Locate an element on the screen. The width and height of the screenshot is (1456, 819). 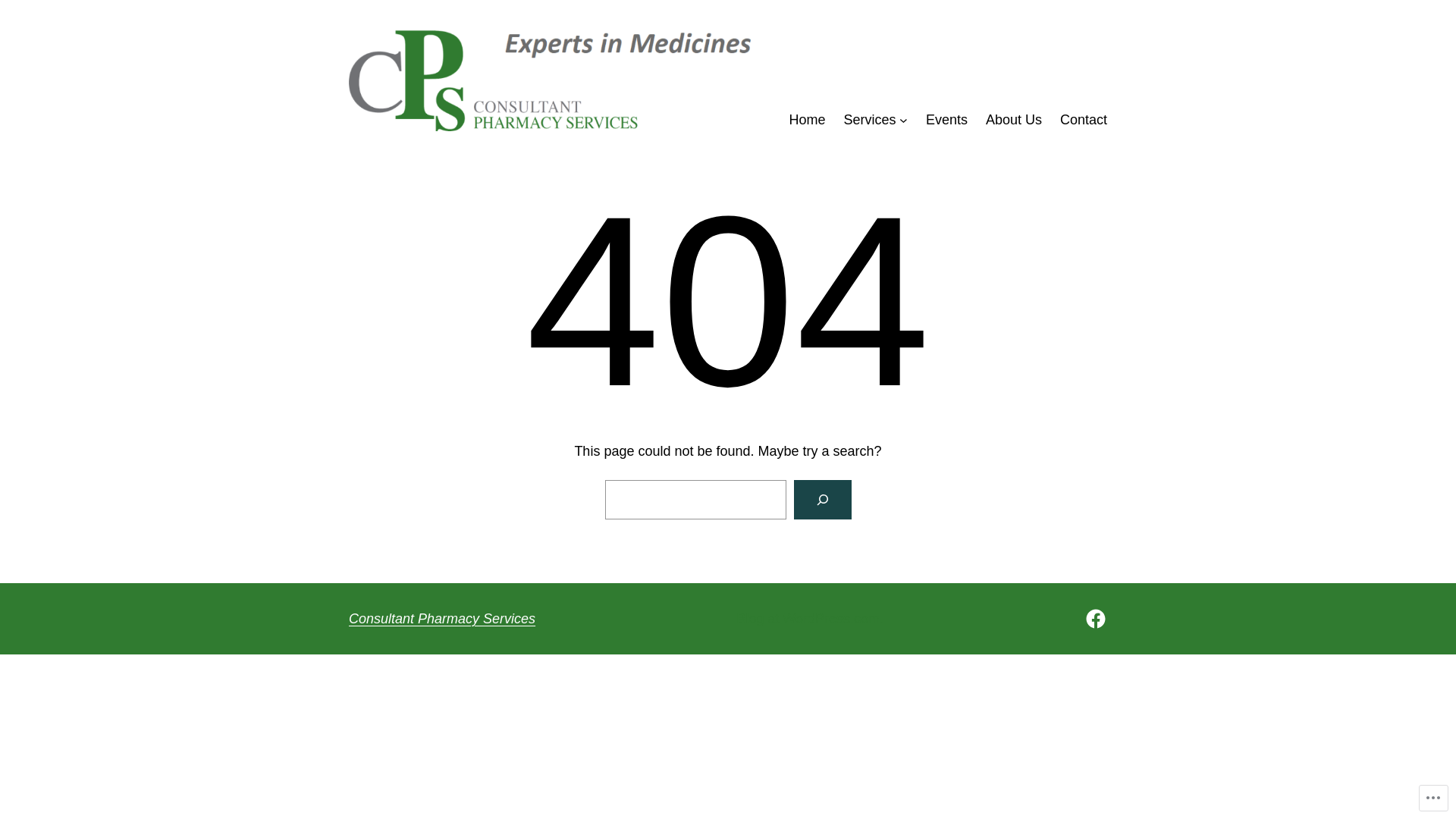
'Consultant Pharmacy Services' is located at coordinates (441, 619).